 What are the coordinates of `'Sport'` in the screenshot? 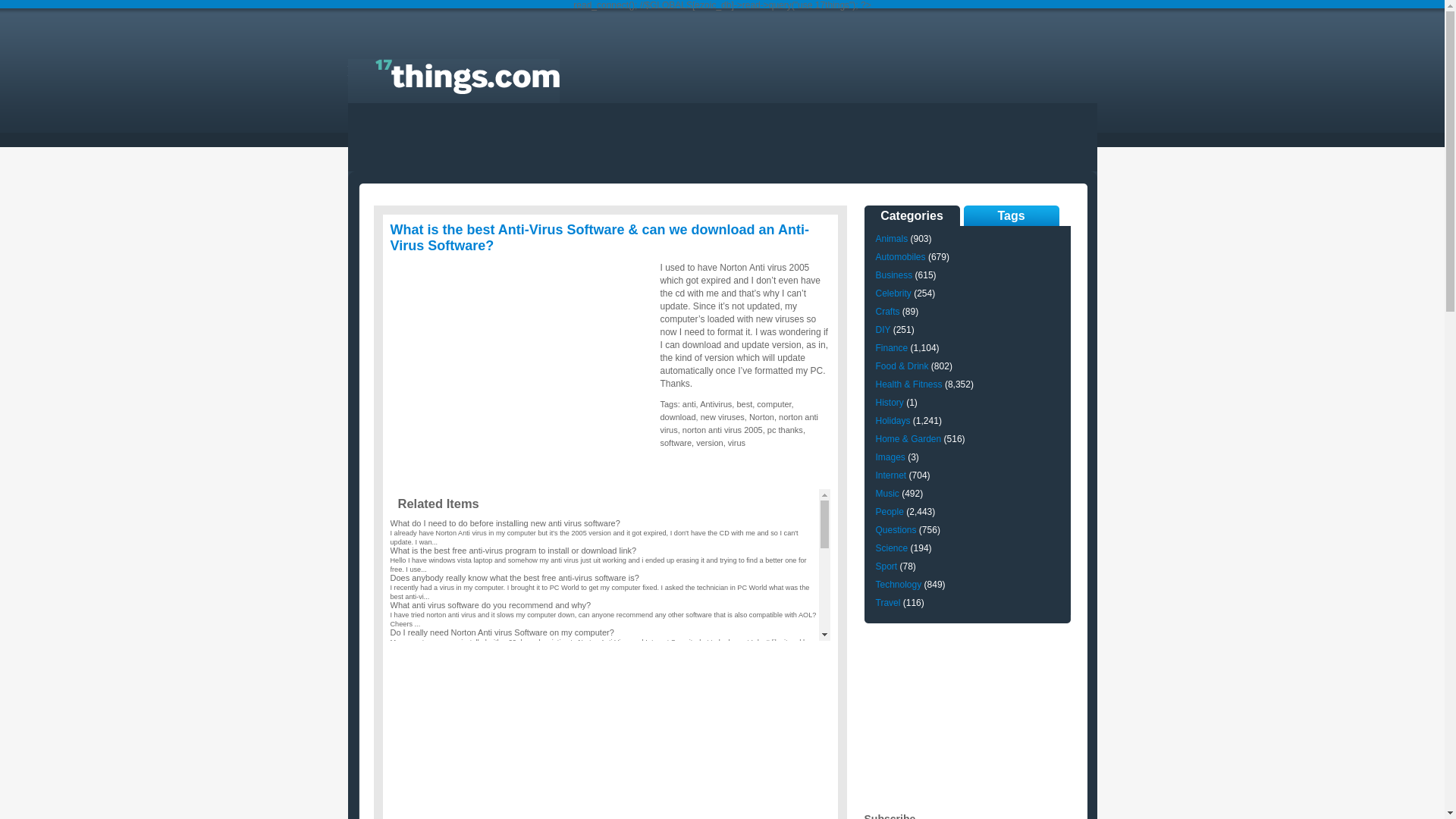 It's located at (886, 566).